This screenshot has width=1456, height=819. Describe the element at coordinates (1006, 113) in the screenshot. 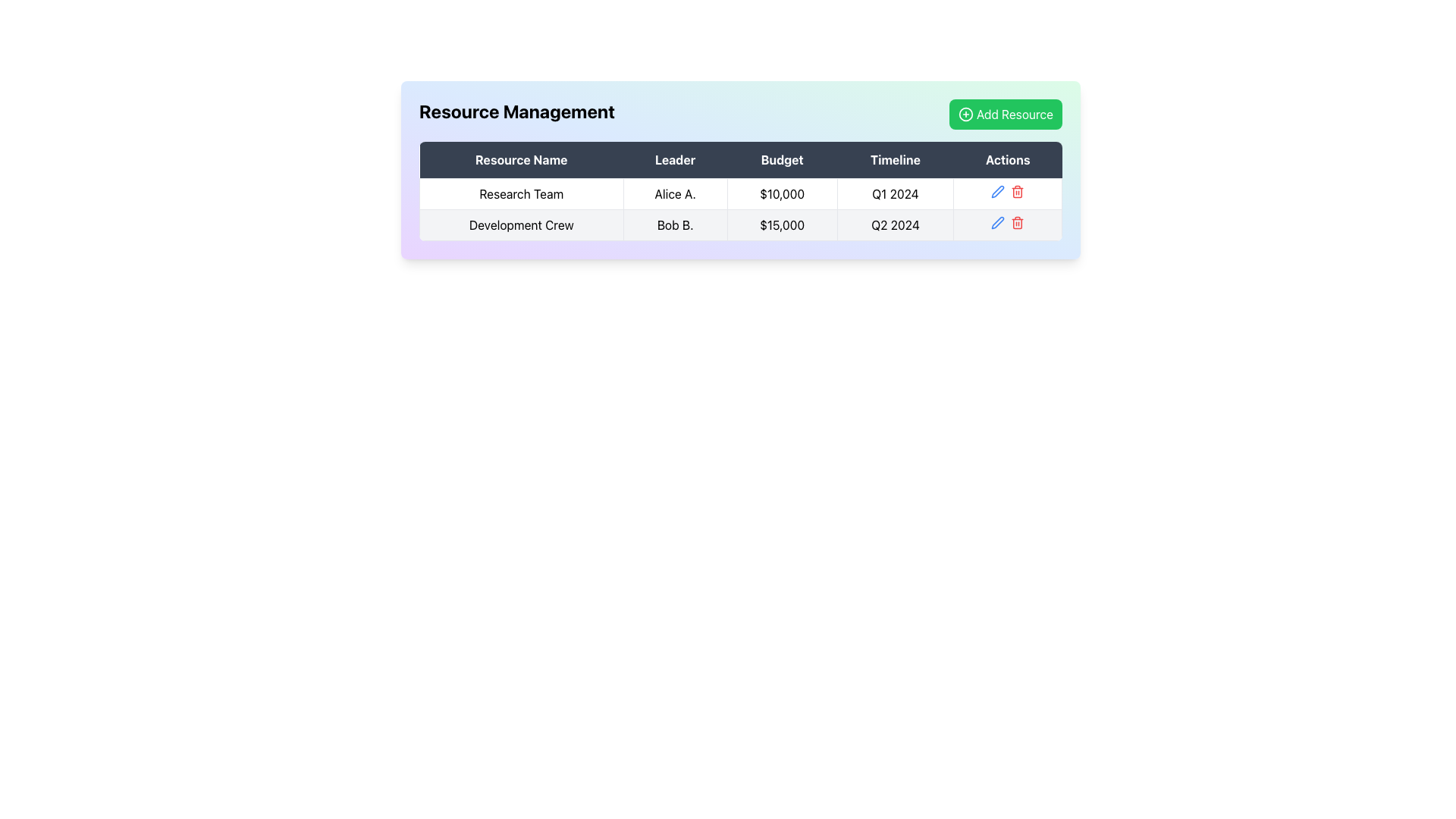

I see `the button located in the upper-right corner of the 'Resource Management' section` at that location.